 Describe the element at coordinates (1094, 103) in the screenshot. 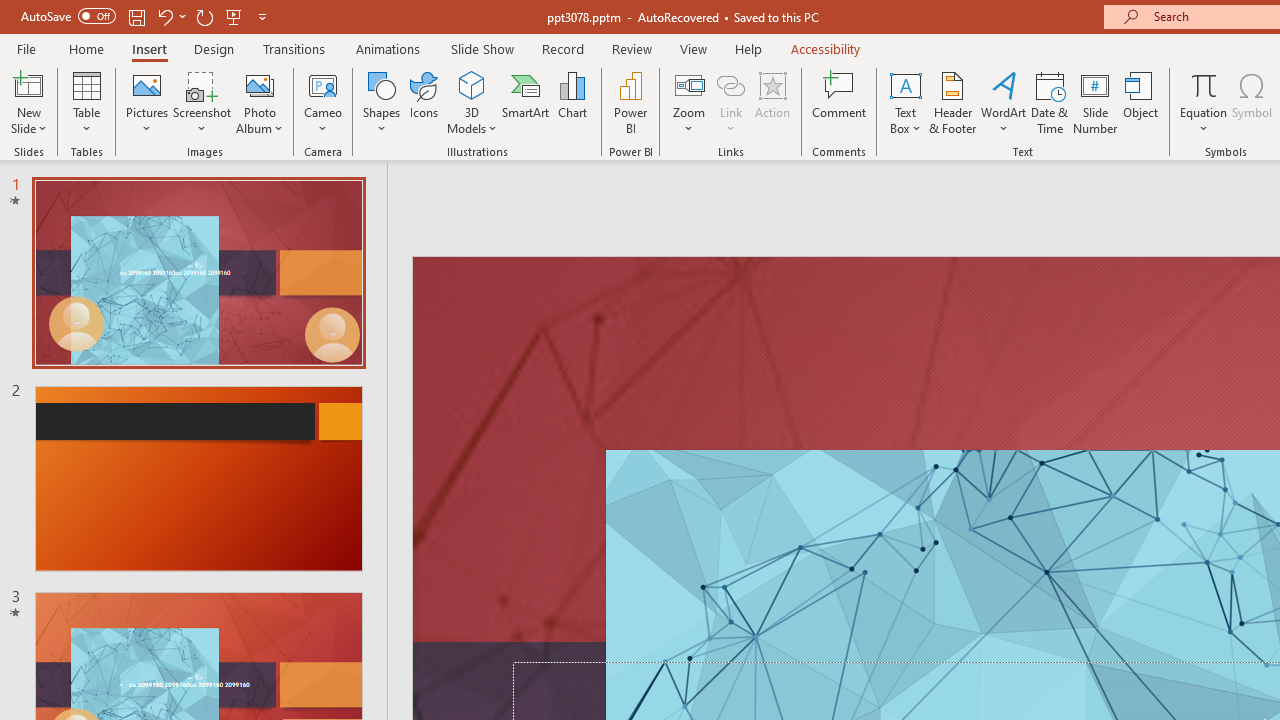

I see `'Slide Number'` at that location.